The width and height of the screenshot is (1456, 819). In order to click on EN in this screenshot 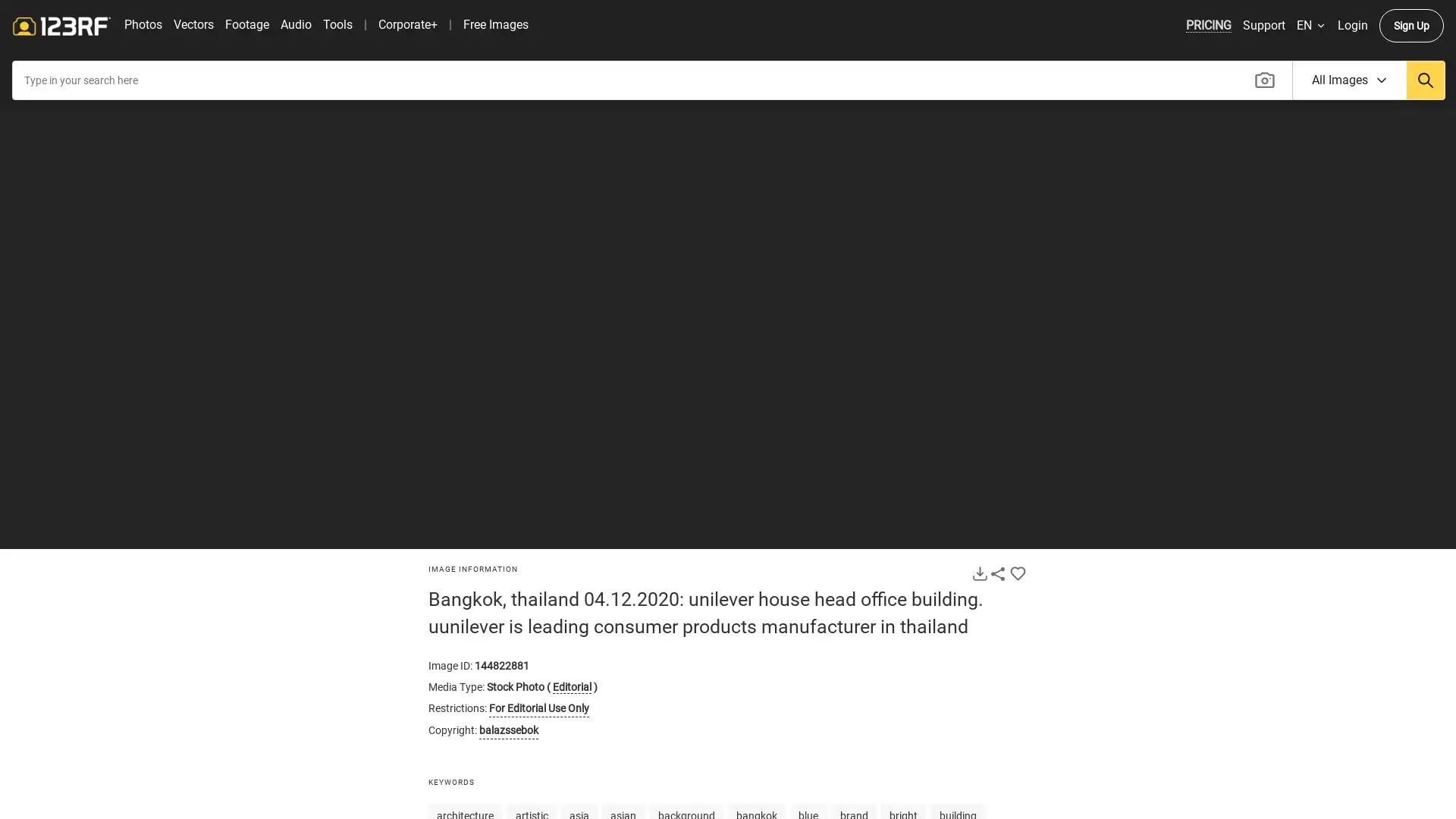, I will do `click(1310, 79)`.